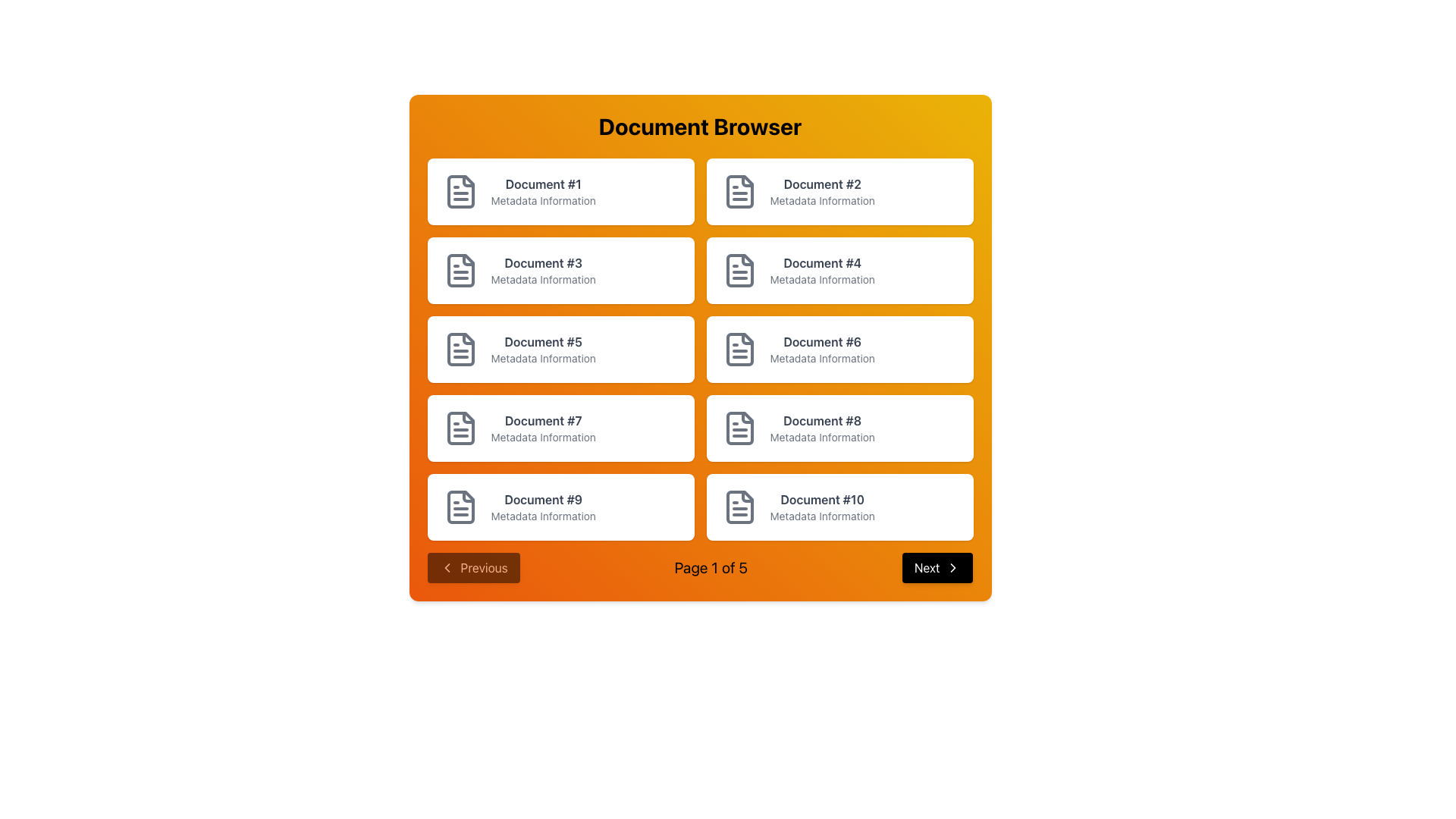 Image resolution: width=1456 pixels, height=819 pixels. What do you see at coordinates (747, 180) in the screenshot?
I see `the small stroke graphic in the SVG representation of the file icon for 'Document #2', located near the upper-right corner of the icon` at bounding box center [747, 180].